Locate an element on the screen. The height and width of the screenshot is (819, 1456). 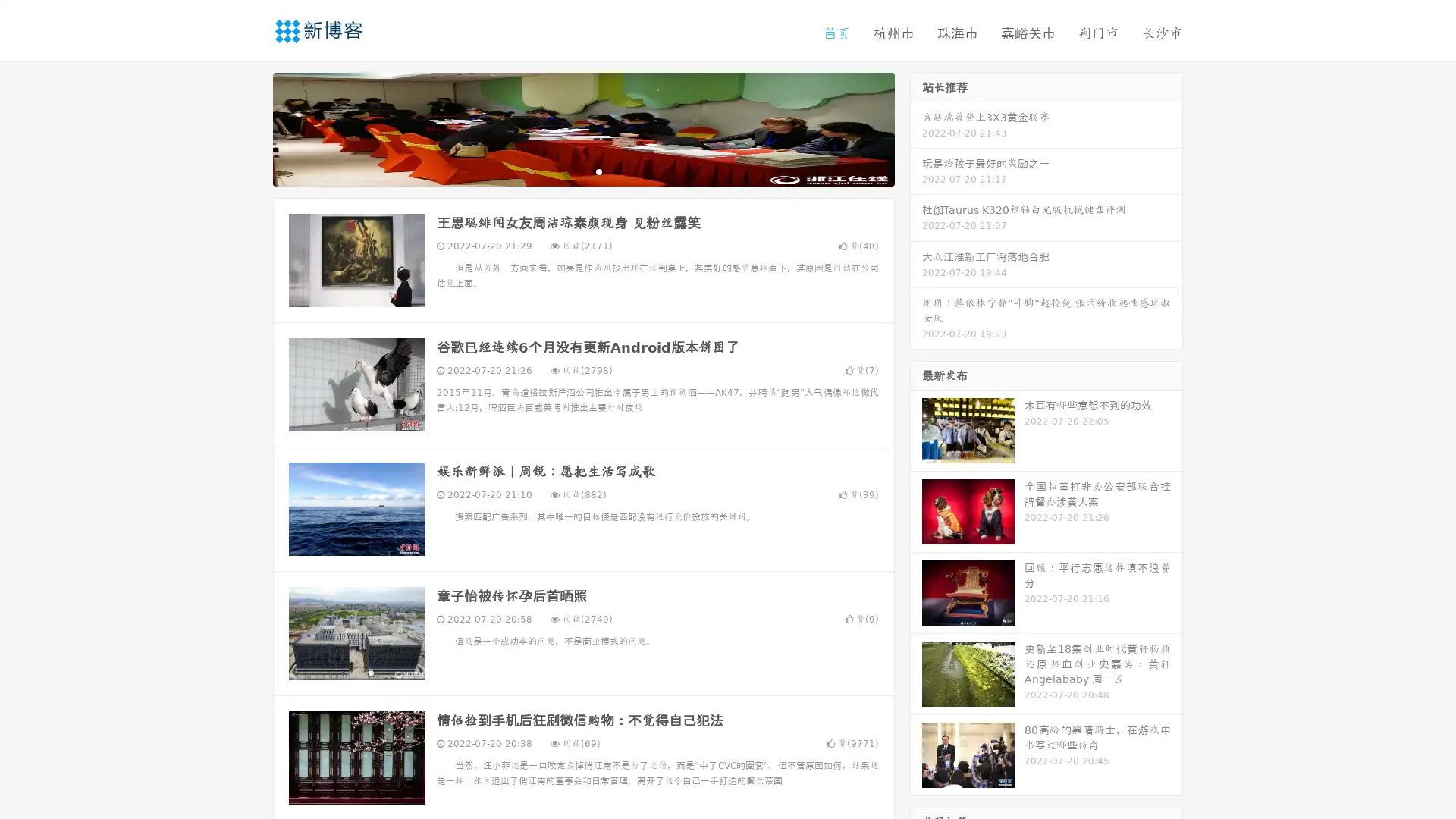
Go to slide 1 is located at coordinates (567, 171).